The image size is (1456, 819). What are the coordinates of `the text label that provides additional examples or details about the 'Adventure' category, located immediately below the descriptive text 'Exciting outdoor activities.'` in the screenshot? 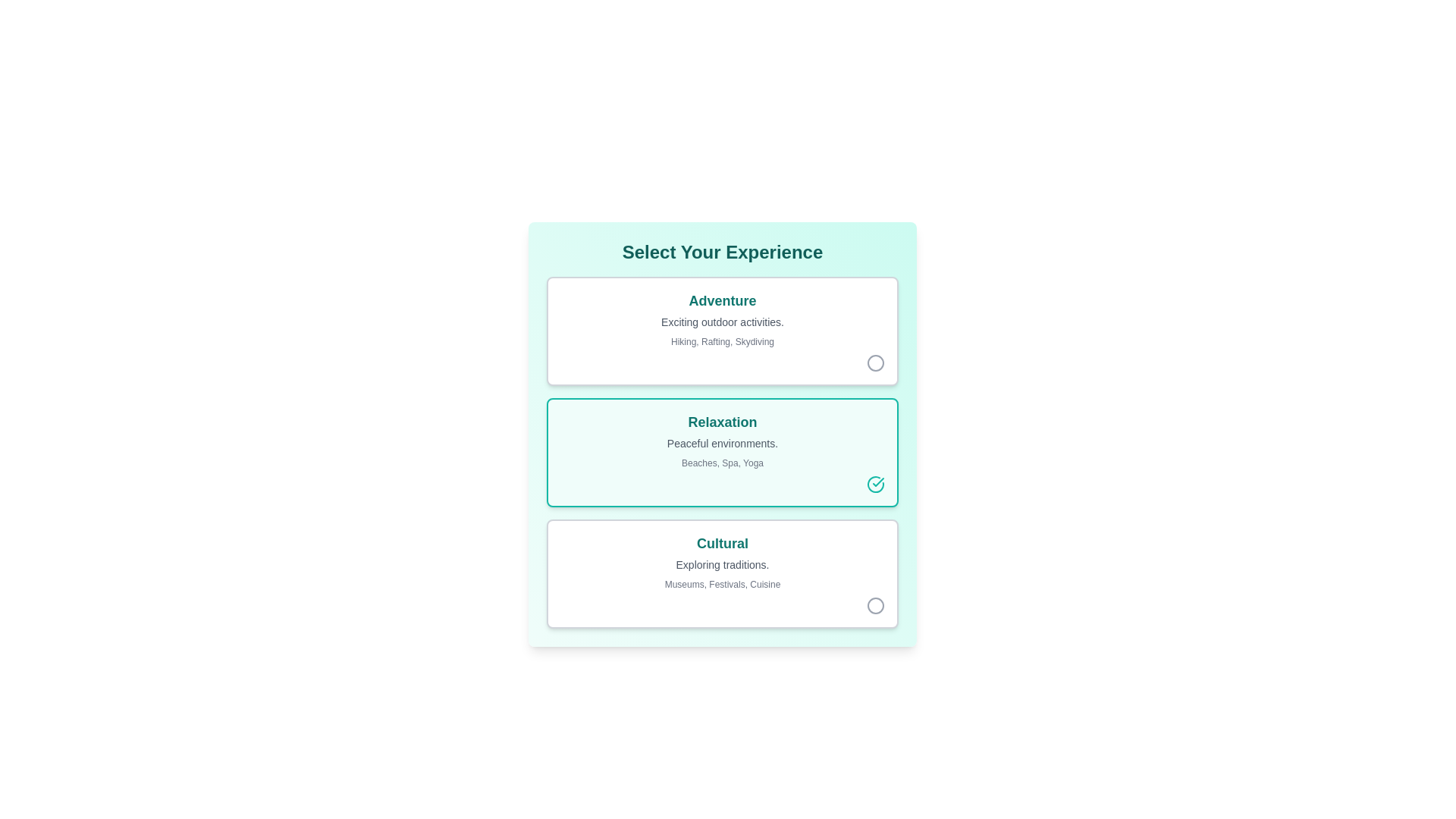 It's located at (722, 342).